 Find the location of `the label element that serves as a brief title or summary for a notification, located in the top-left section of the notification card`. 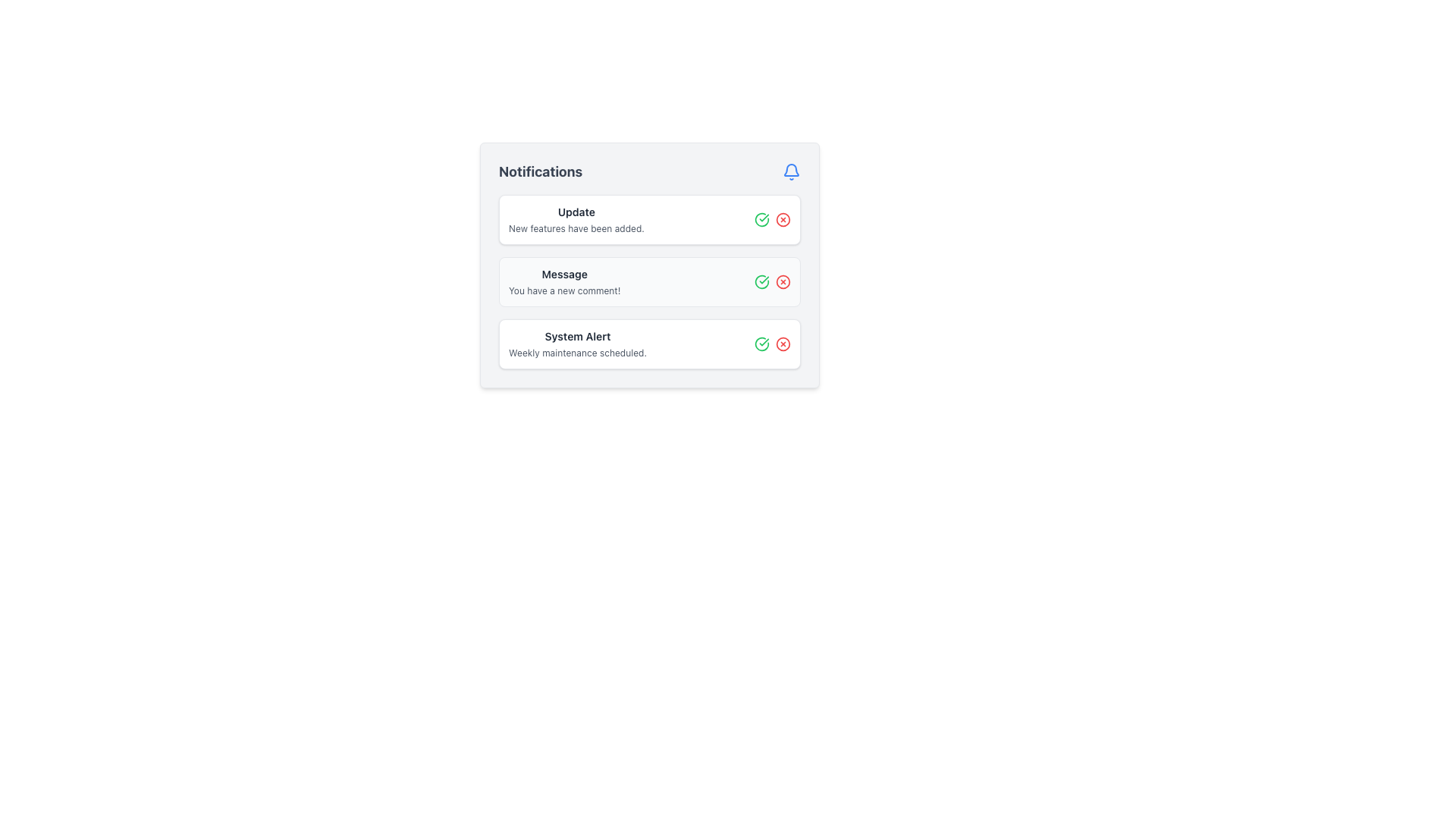

the label element that serves as a brief title or summary for a notification, located in the top-left section of the notification card is located at coordinates (576, 212).